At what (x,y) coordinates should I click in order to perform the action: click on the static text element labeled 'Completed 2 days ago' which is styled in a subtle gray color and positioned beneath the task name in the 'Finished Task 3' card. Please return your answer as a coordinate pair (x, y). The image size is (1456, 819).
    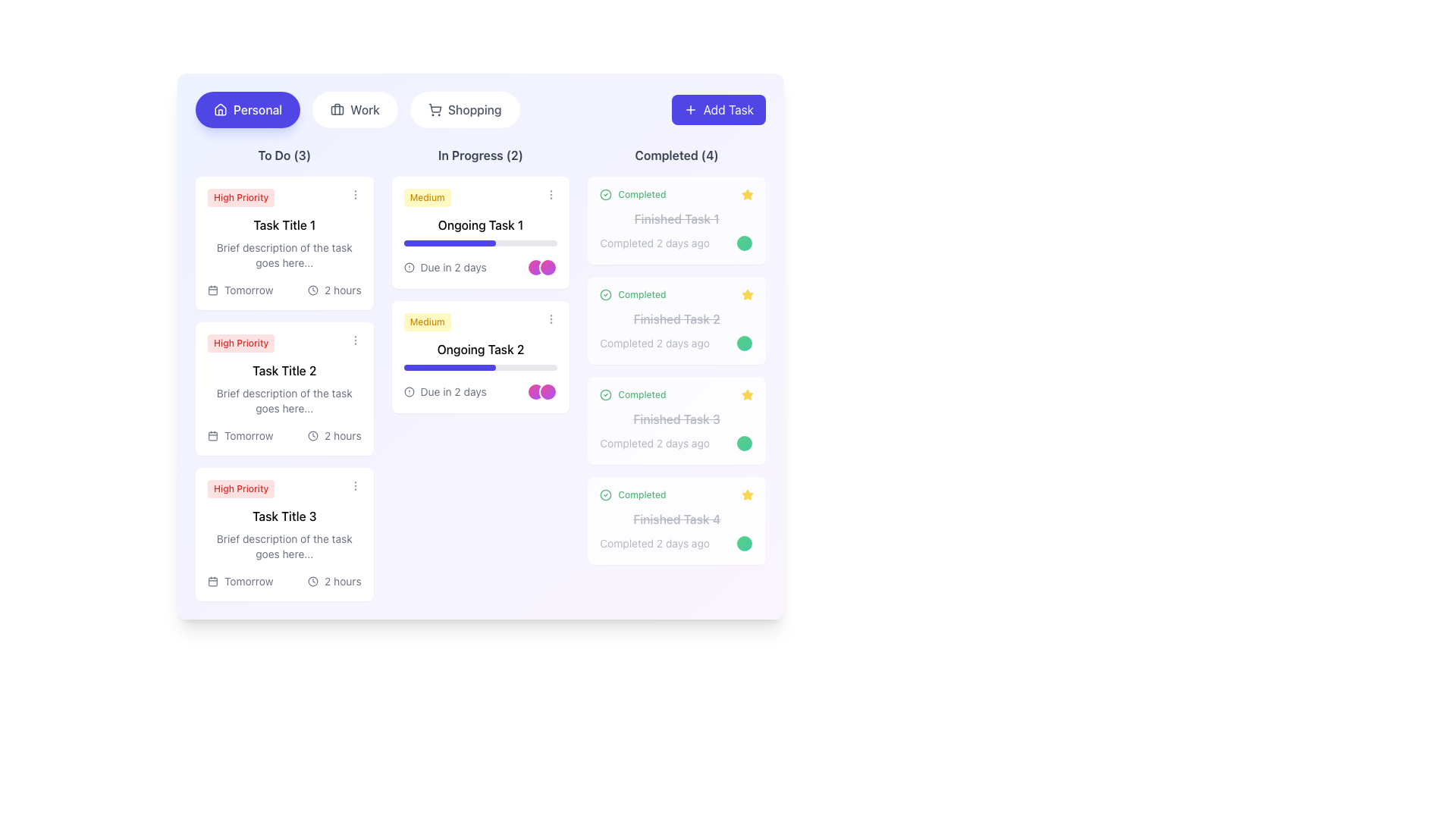
    Looking at the image, I should click on (676, 444).